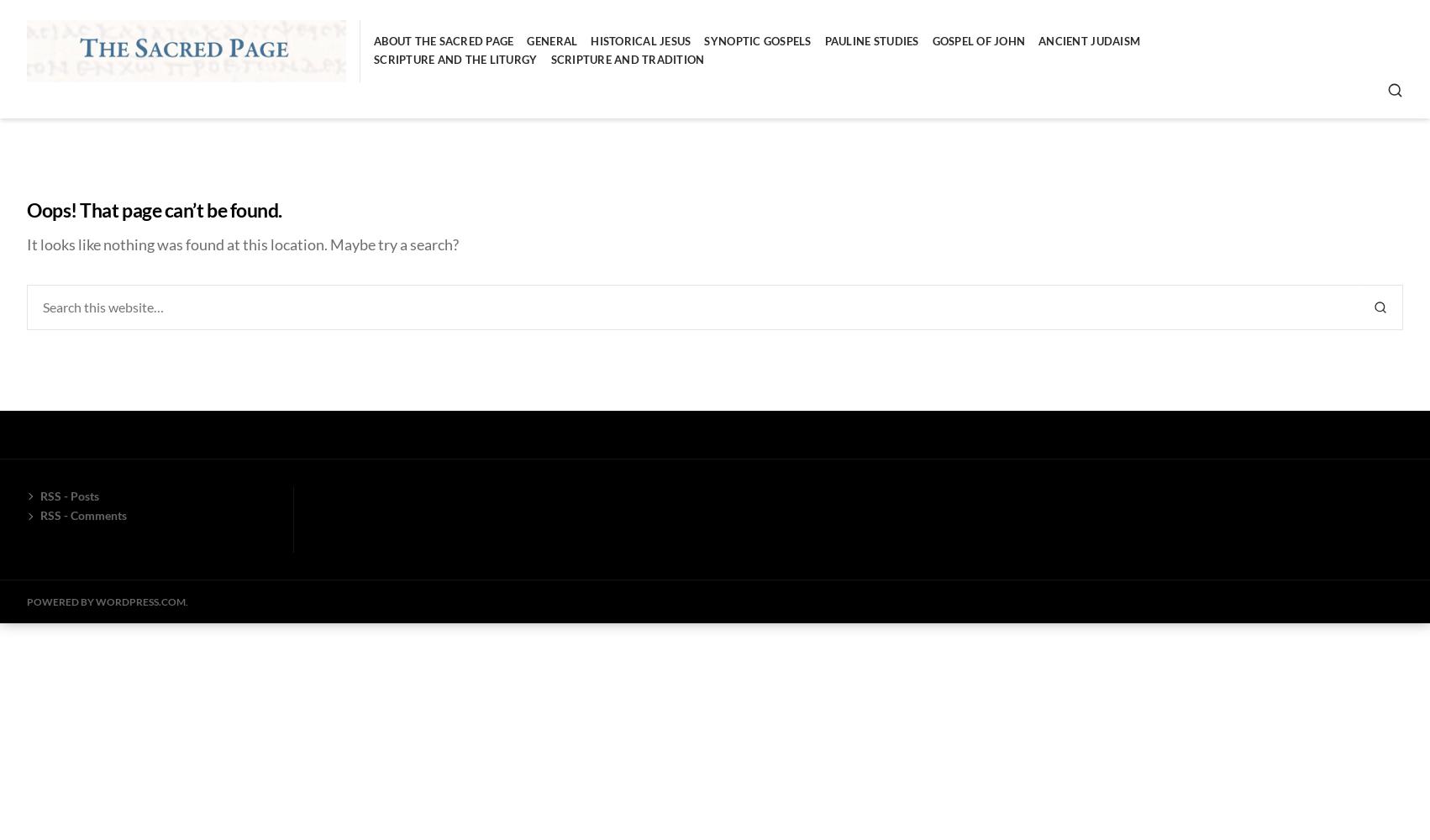 The width and height of the screenshot is (1430, 840). Describe the element at coordinates (757, 41) in the screenshot. I see `'Synoptic Gospels'` at that location.